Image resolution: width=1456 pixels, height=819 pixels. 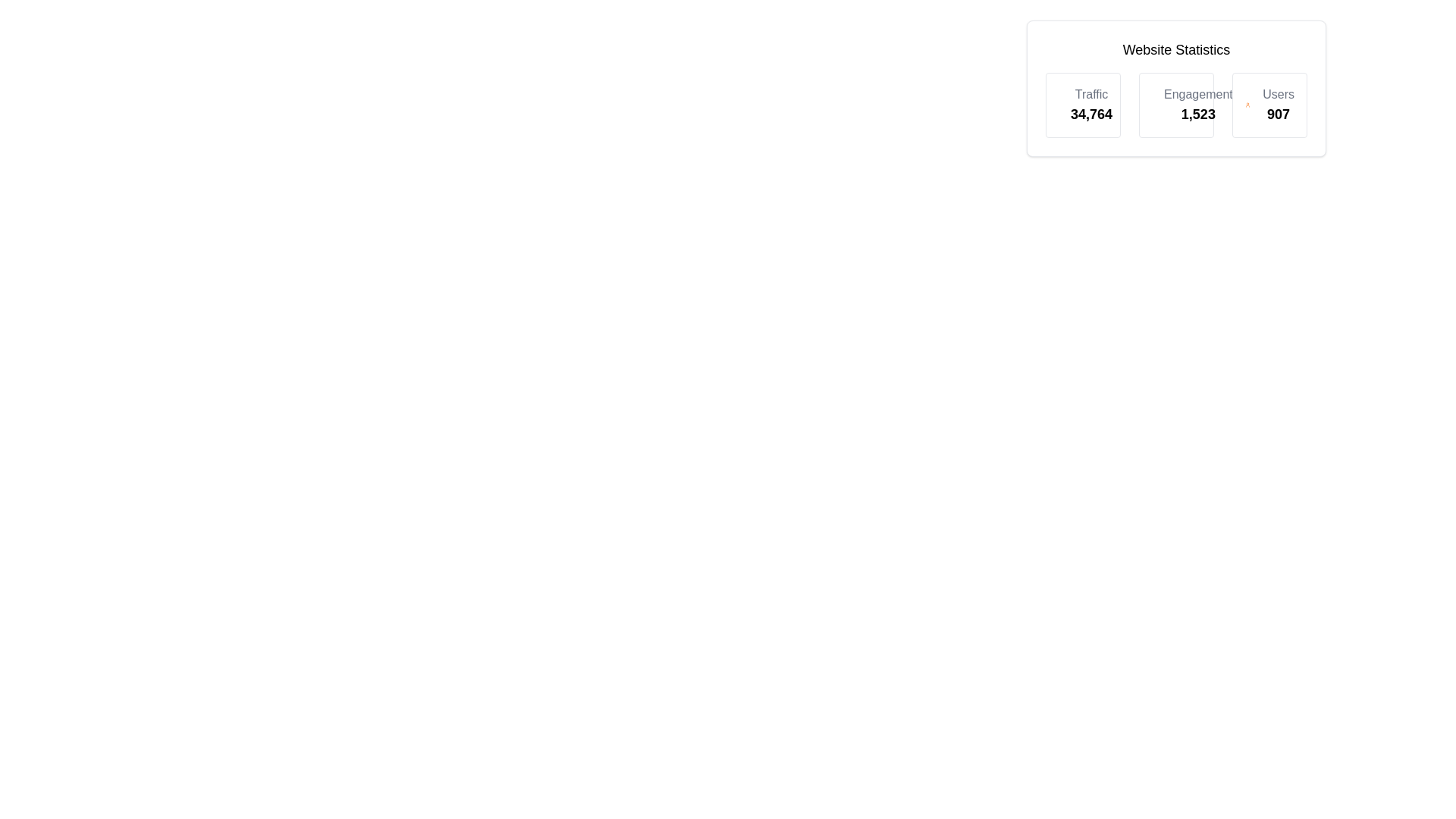 What do you see at coordinates (1090, 94) in the screenshot?
I see `the text label 'Traffic' which is styled with a light gray font and is located at the top of a box containing the value '34,764'` at bounding box center [1090, 94].